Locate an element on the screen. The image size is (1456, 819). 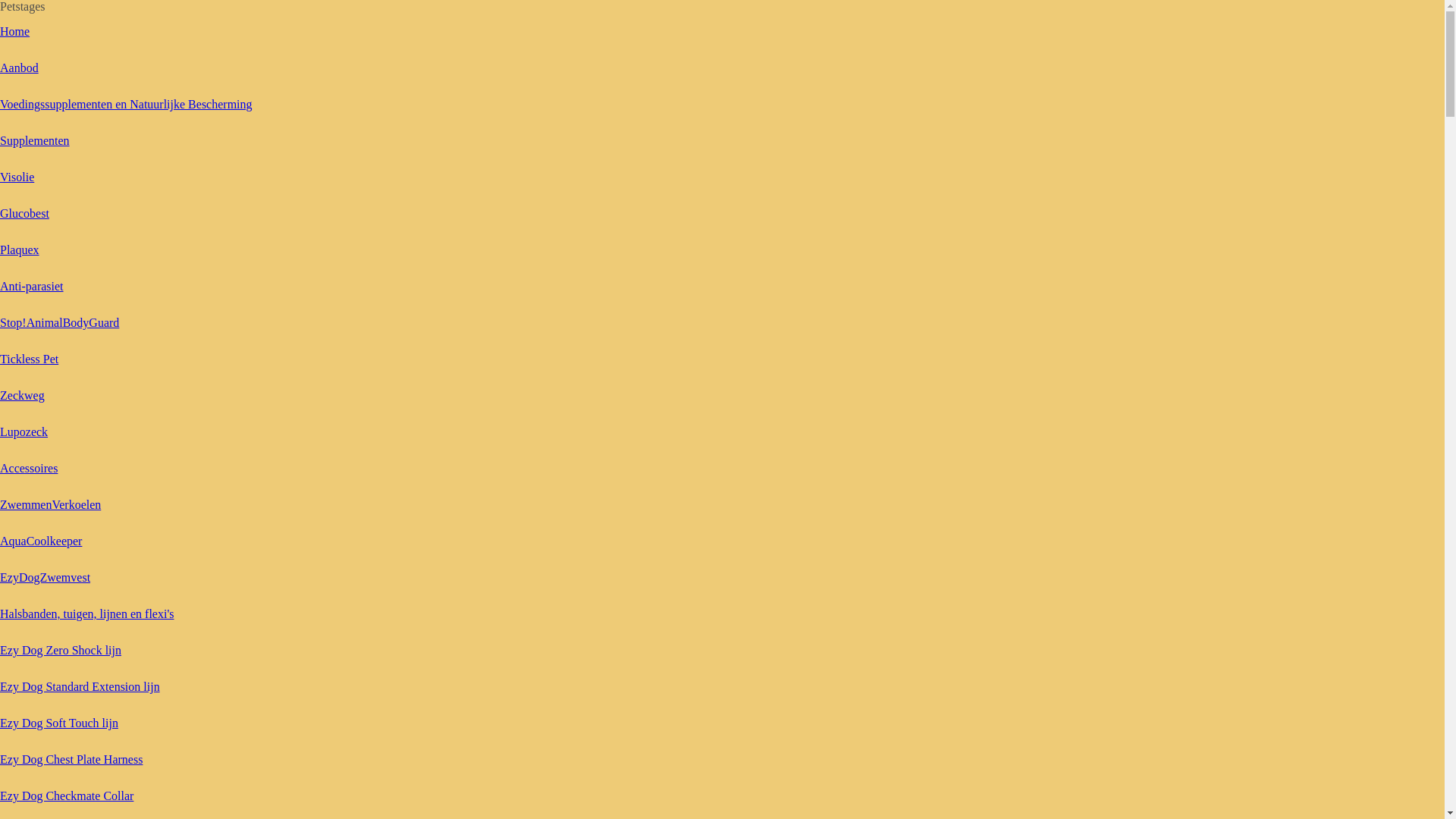
'Visolie' is located at coordinates (17, 176).